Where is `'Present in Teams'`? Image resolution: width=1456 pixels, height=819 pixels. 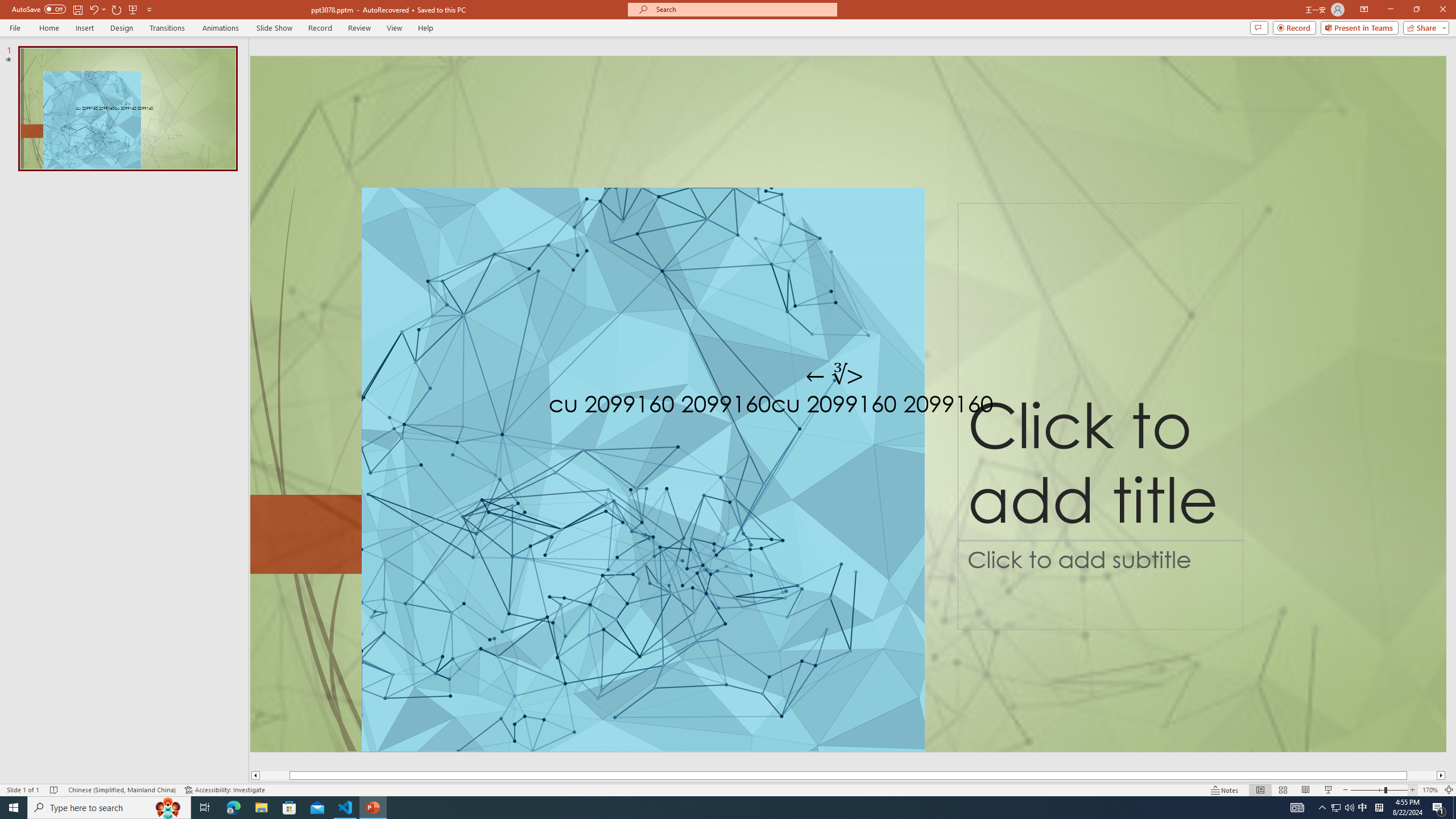 'Present in Teams' is located at coordinates (1359, 27).